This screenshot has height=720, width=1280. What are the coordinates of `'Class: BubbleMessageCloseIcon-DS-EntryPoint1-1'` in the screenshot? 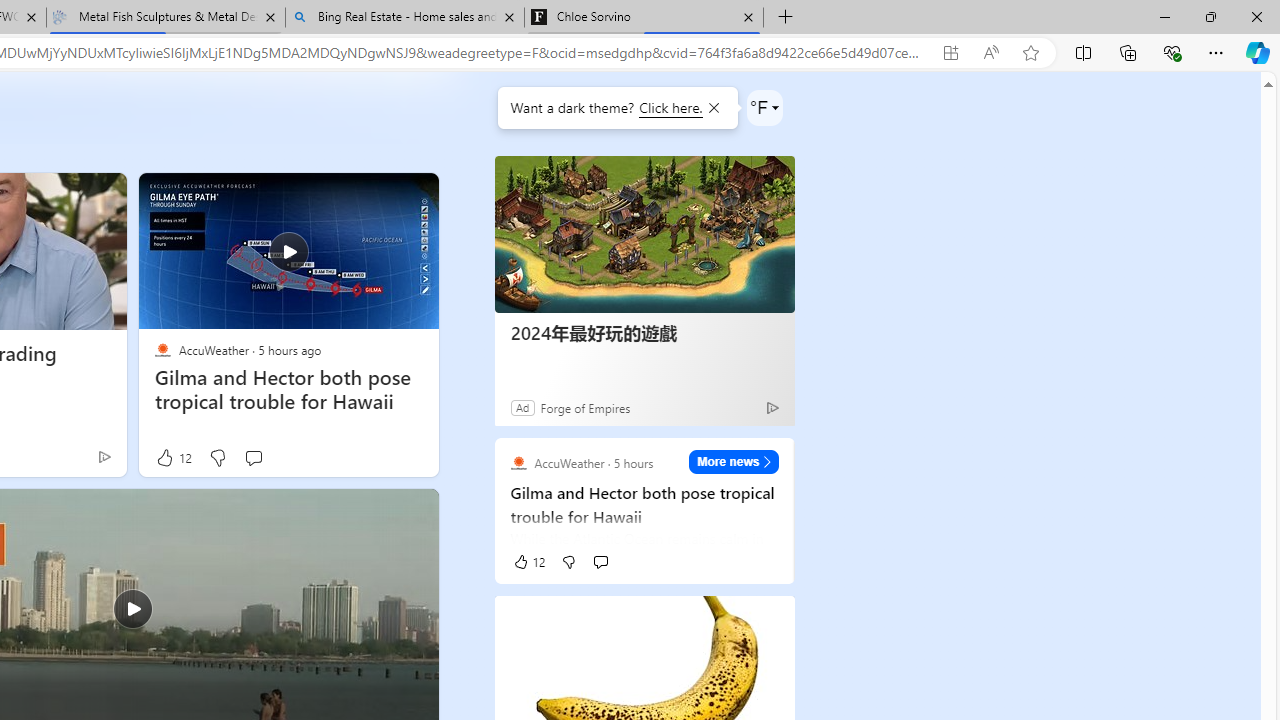 It's located at (712, 108).